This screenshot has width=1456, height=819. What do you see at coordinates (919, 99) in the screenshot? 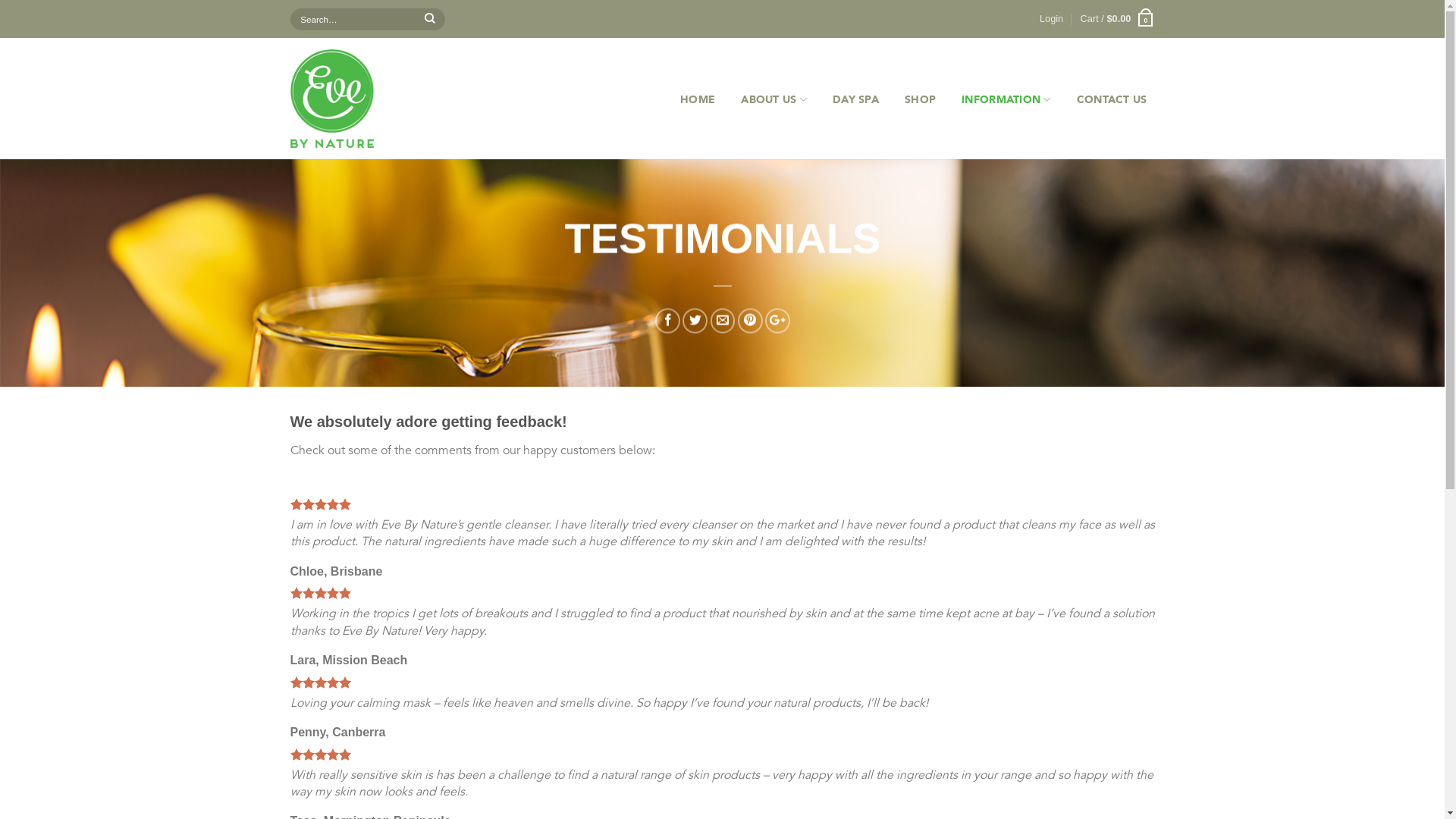
I see `'SHOP'` at bounding box center [919, 99].